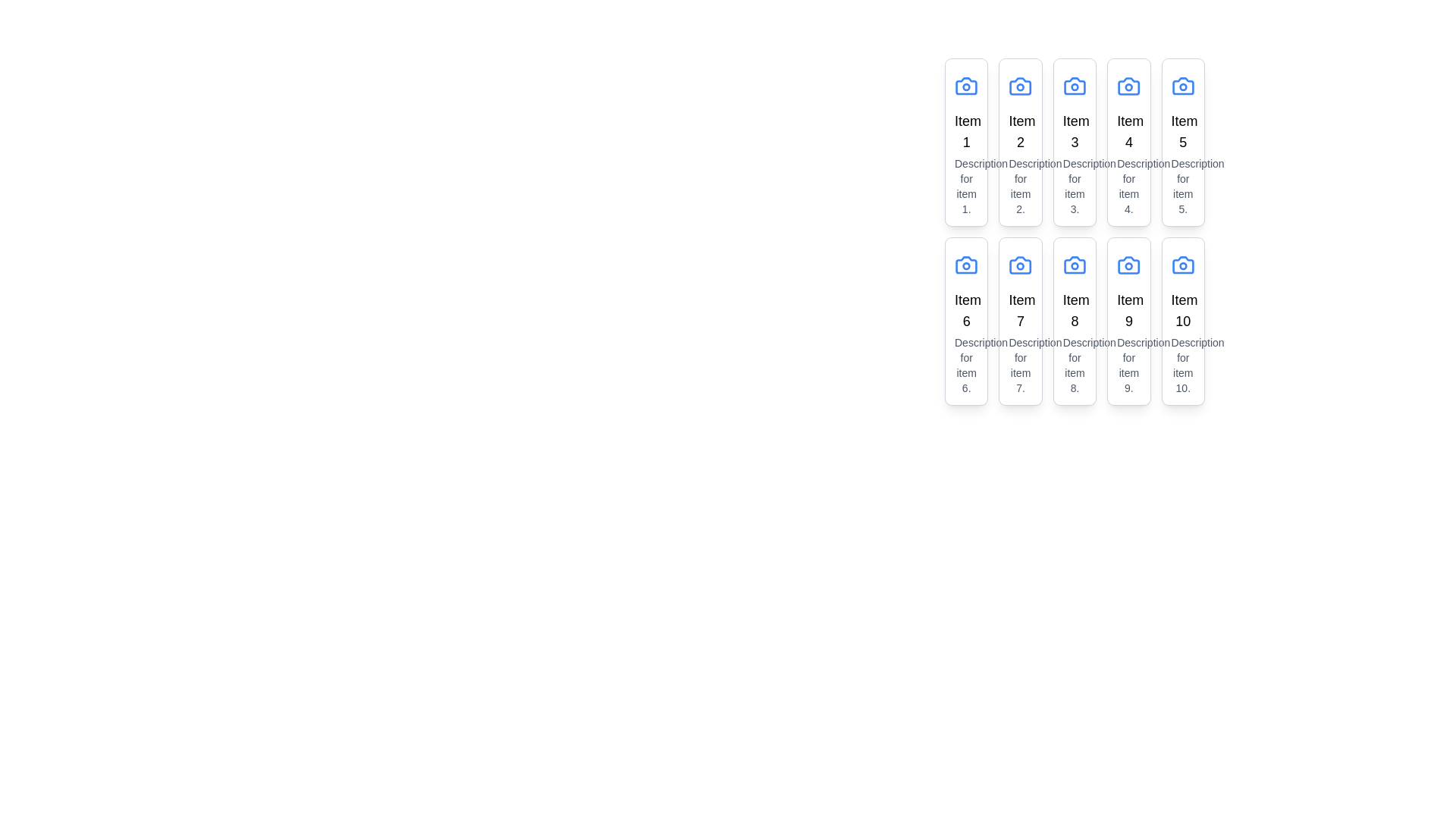 The width and height of the screenshot is (1456, 819). Describe the element at coordinates (1128, 143) in the screenshot. I see `the 'Item 4' card, which features a camera icon at the top center and the text 'Item 4' in bold` at that location.